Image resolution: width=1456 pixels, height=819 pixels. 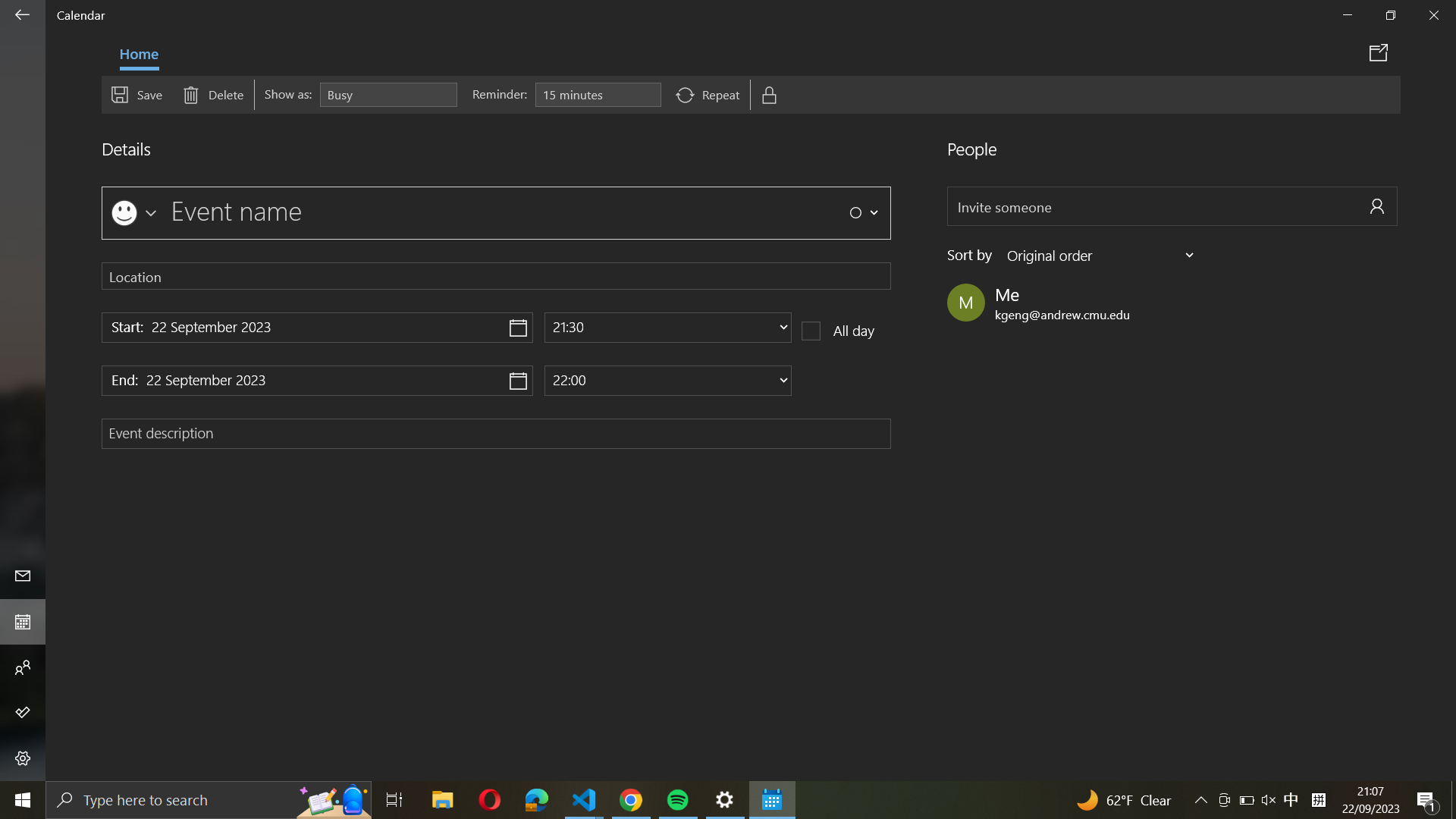 What do you see at coordinates (667, 379) in the screenshot?
I see `Update the closing time of the activity to 10 in the night` at bounding box center [667, 379].